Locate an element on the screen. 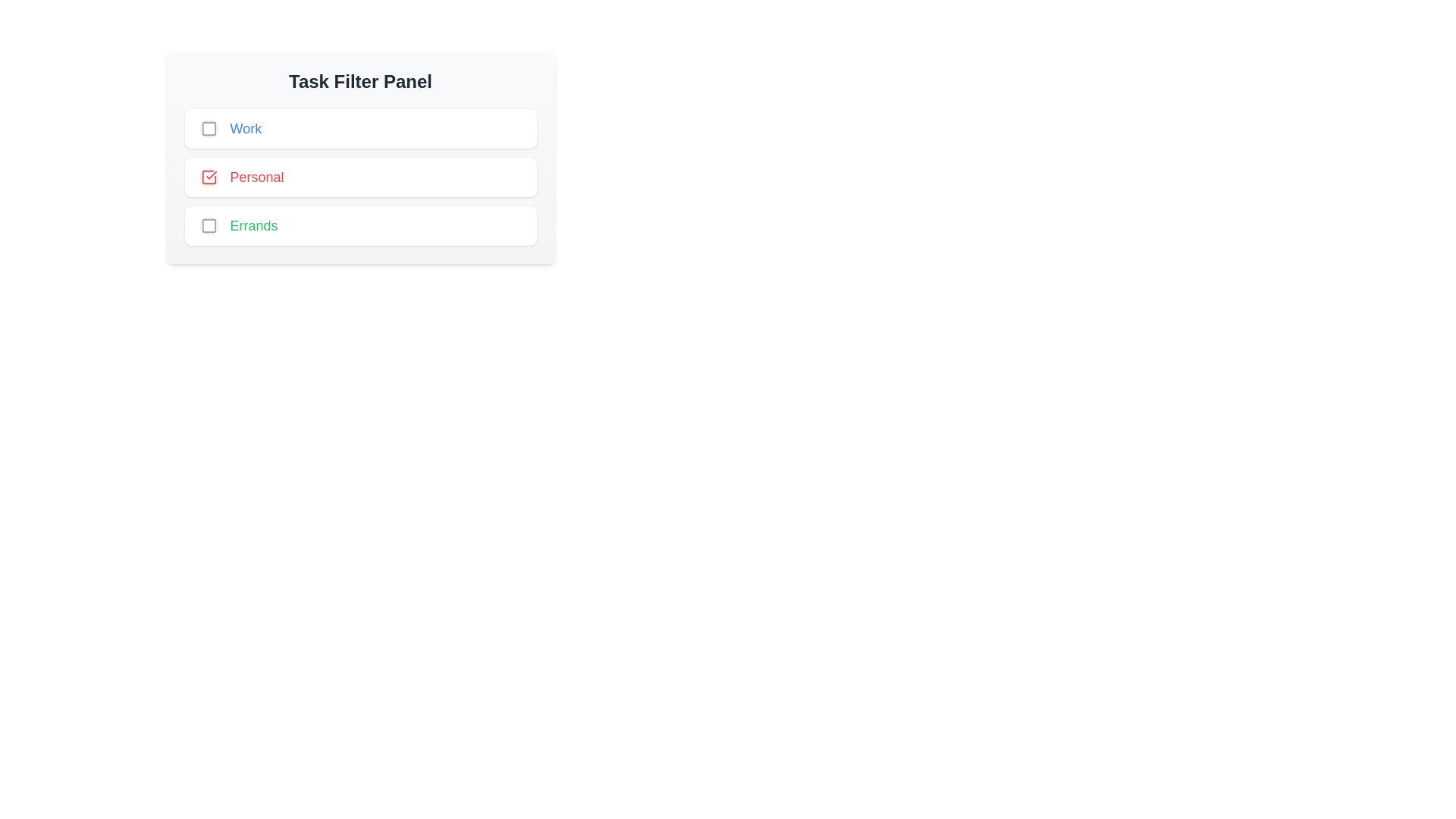 The image size is (1456, 819). the toggle button for the 'Errands' category is located at coordinates (208, 225).